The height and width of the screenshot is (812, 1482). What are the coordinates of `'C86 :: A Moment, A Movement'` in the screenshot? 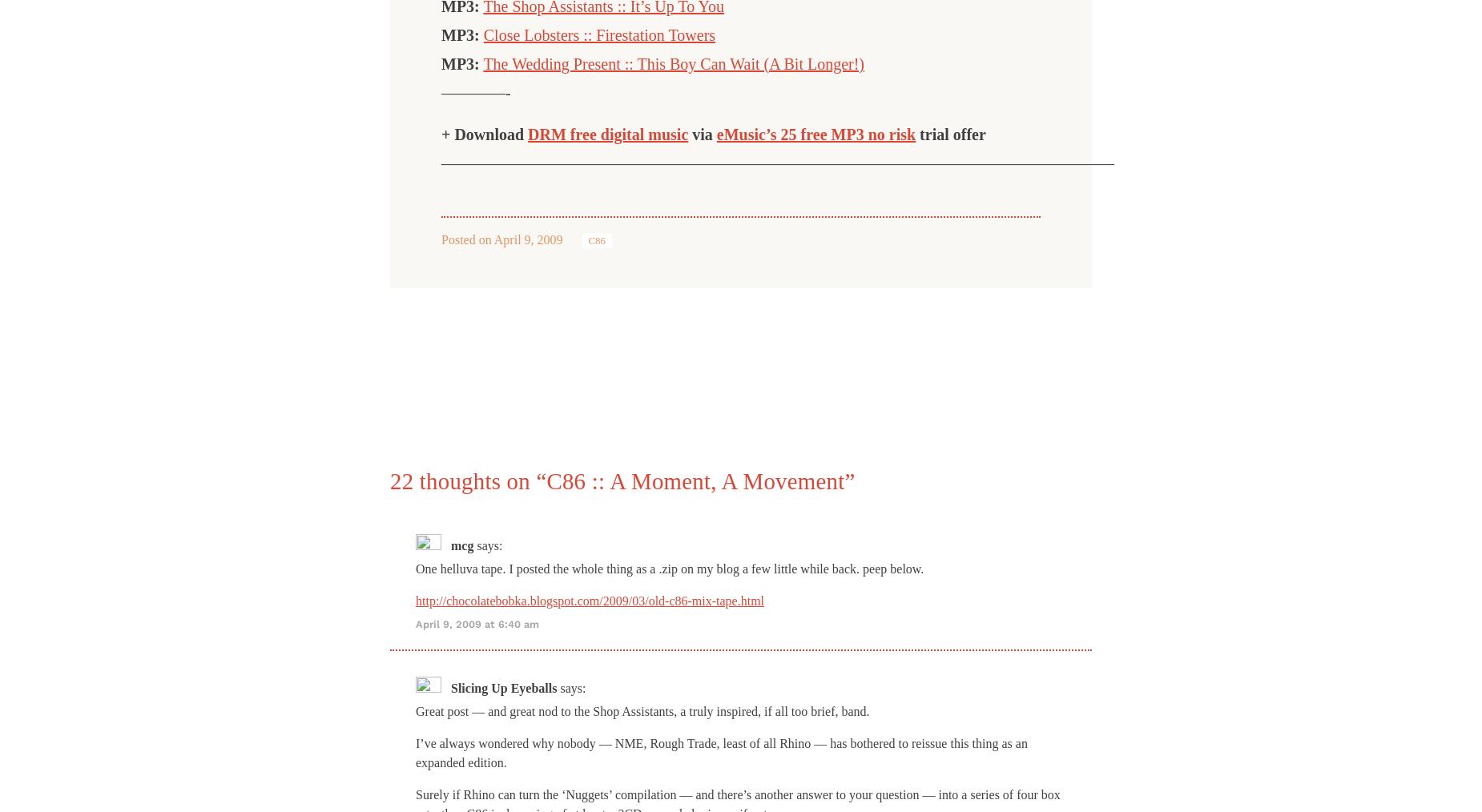 It's located at (695, 480).